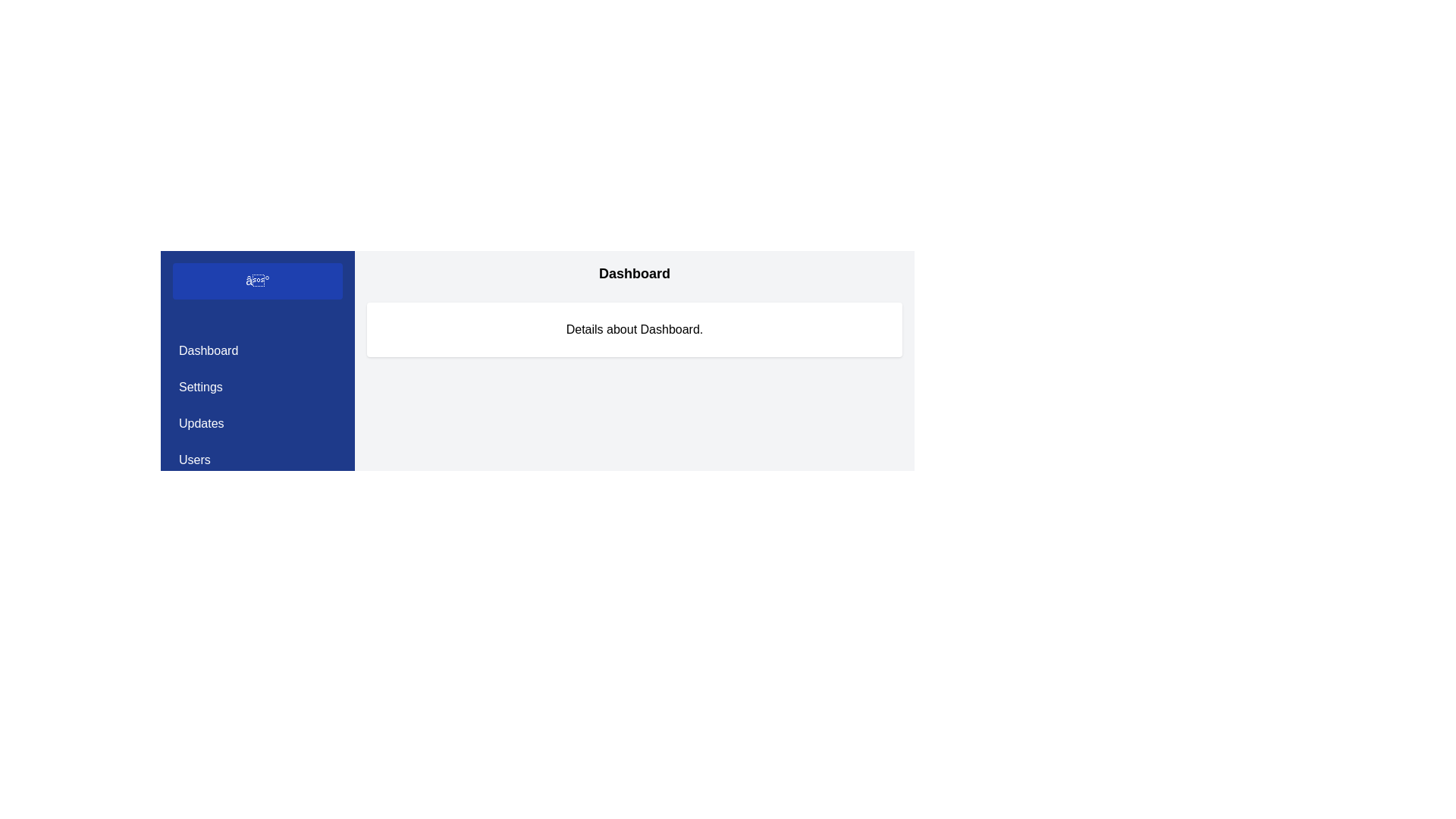 Image resolution: width=1456 pixels, height=819 pixels. I want to click on the 'Users' text label in the sidebar navigation menu, located near the bottom of the visible list, so click(193, 459).